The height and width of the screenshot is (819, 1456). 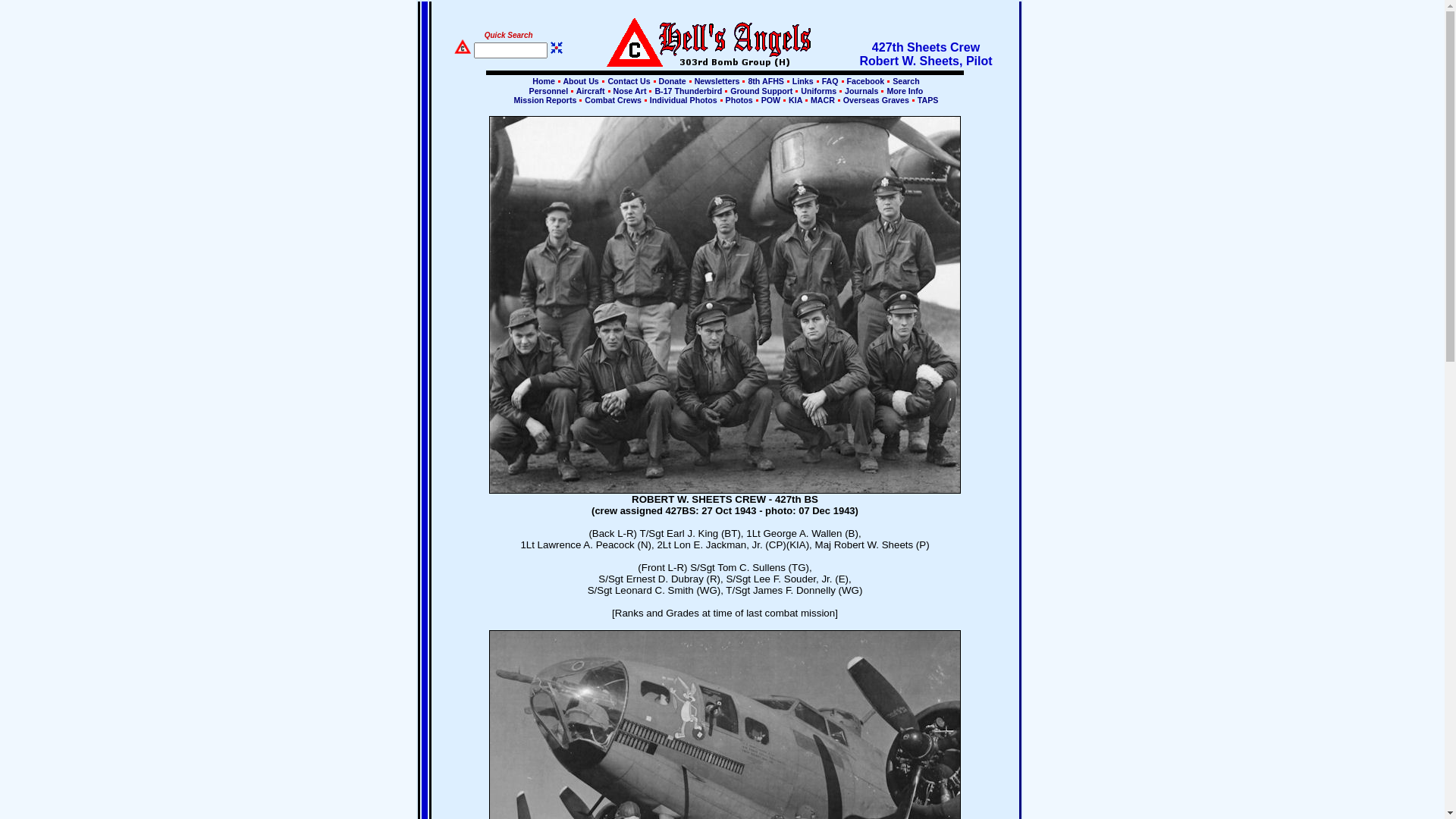 What do you see at coordinates (821, 99) in the screenshot?
I see `'MACR'` at bounding box center [821, 99].